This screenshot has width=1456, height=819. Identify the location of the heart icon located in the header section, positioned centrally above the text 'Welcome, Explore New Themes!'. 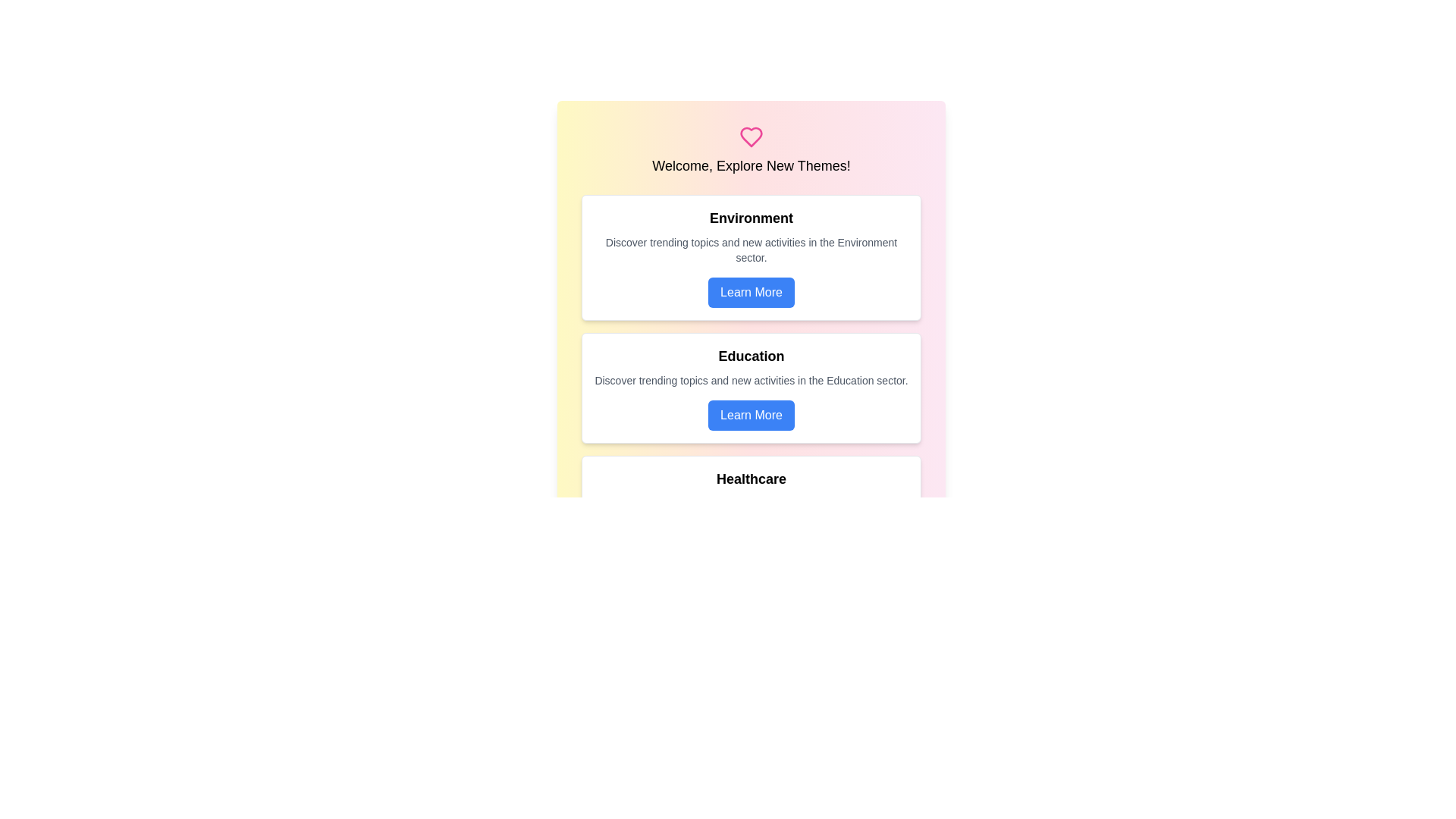
(751, 137).